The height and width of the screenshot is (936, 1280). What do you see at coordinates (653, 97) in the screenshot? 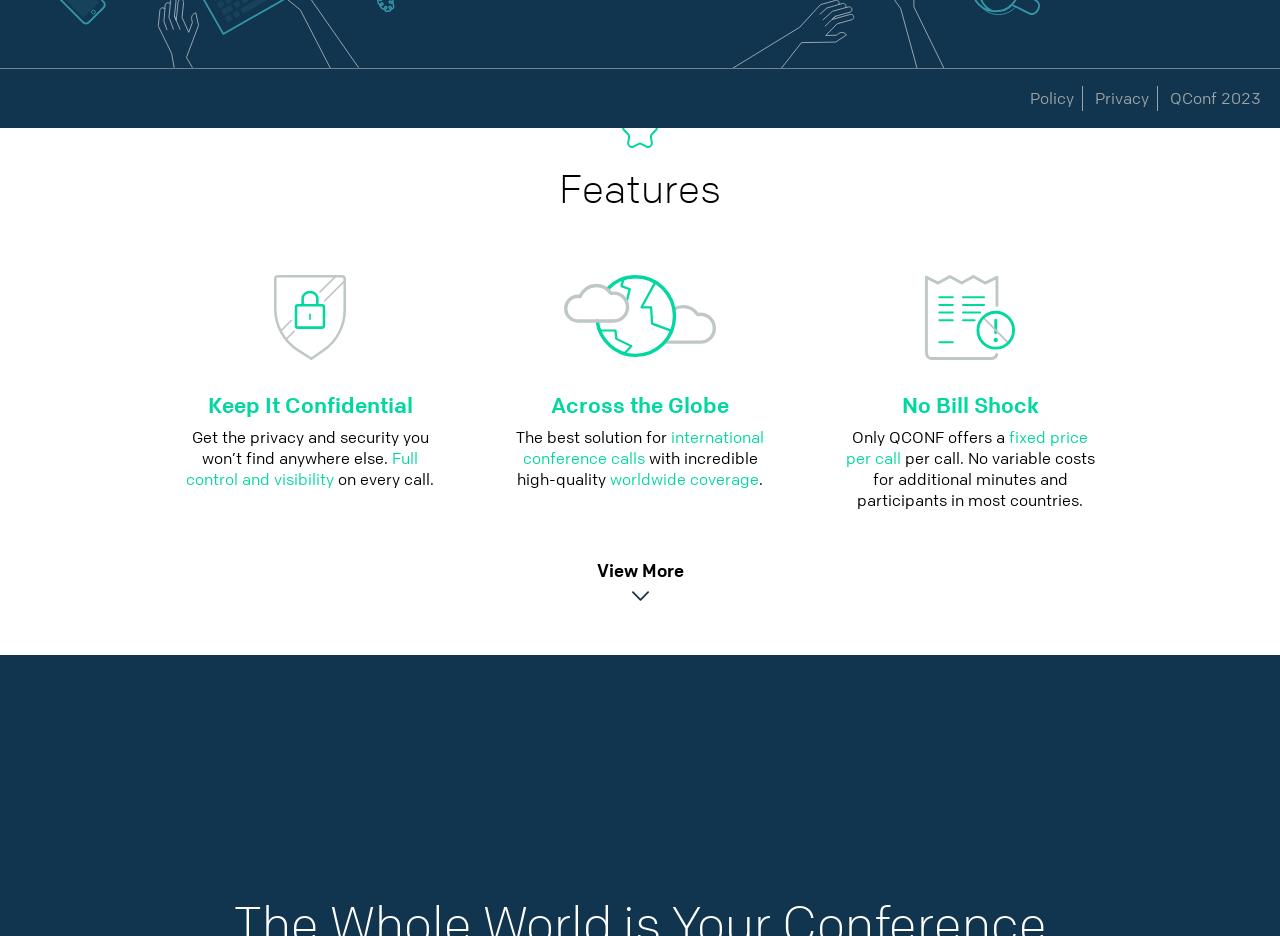
I see `'Contact'` at bounding box center [653, 97].